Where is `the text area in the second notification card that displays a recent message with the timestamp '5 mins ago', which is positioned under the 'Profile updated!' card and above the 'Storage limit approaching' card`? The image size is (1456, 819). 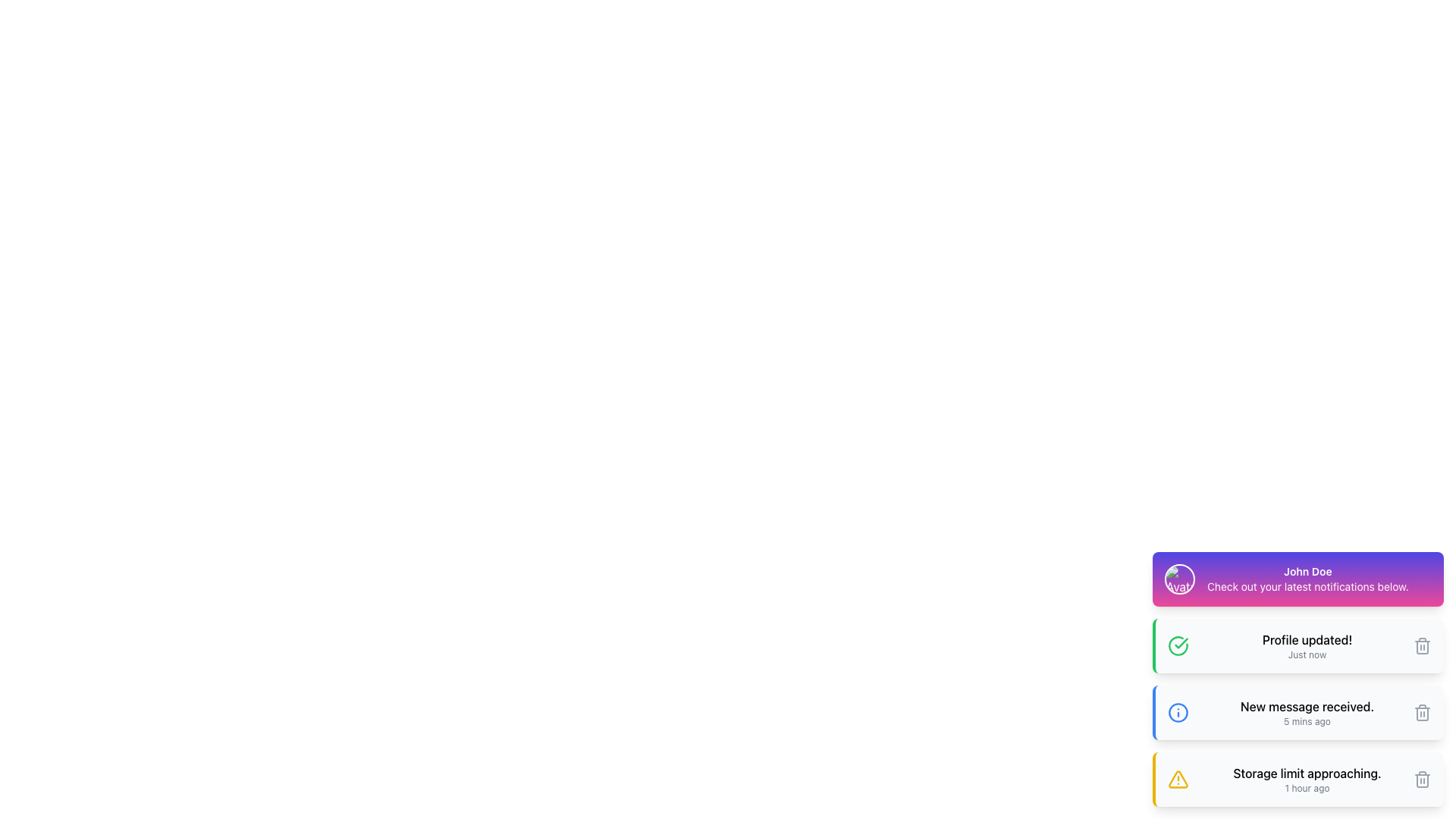 the text area in the second notification card that displays a recent message with the timestamp '5 mins ago', which is positioned under the 'Profile updated!' card and above the 'Storage limit approaching' card is located at coordinates (1306, 713).